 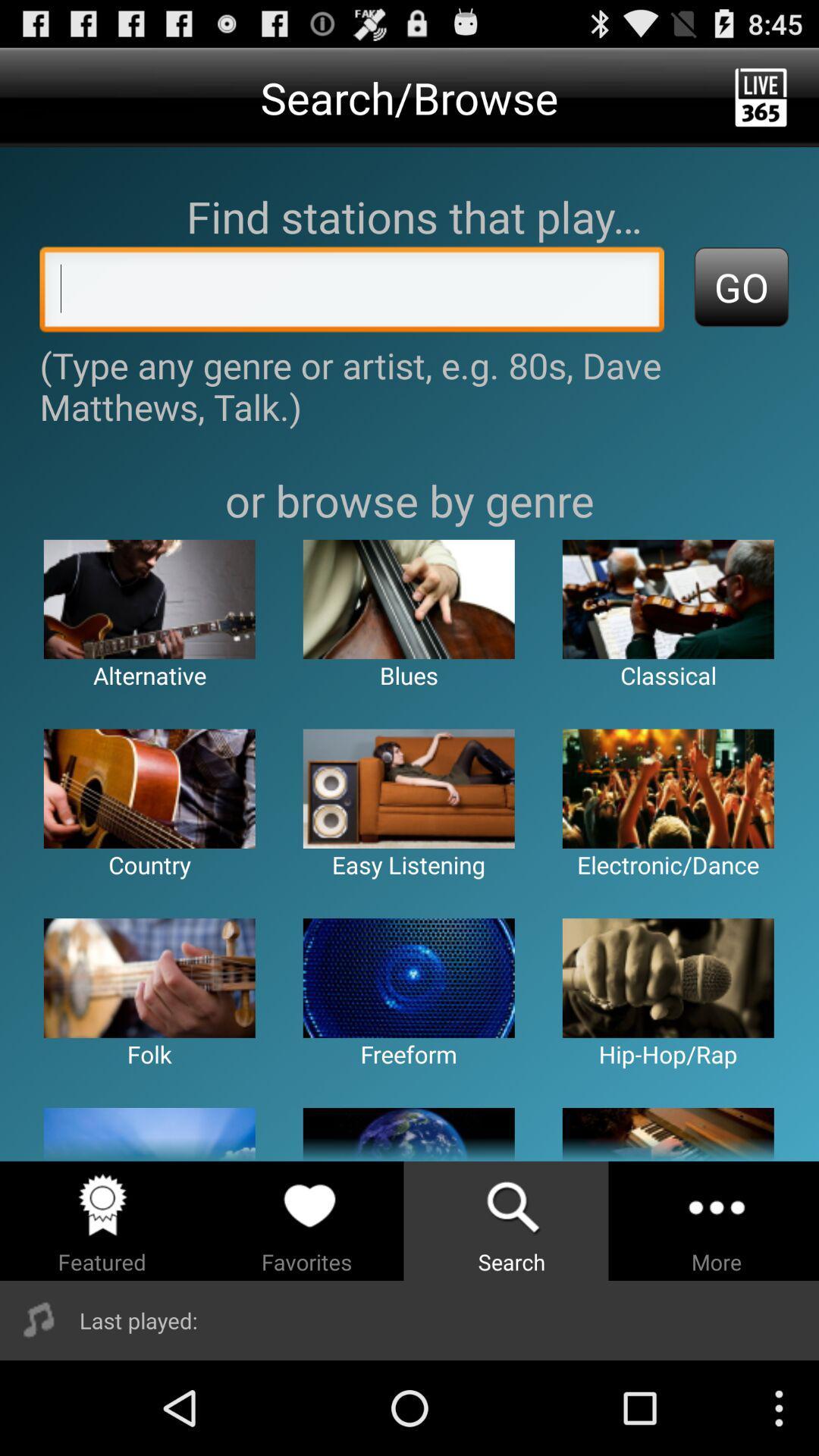 What do you see at coordinates (352, 293) in the screenshot?
I see `put in artist` at bounding box center [352, 293].